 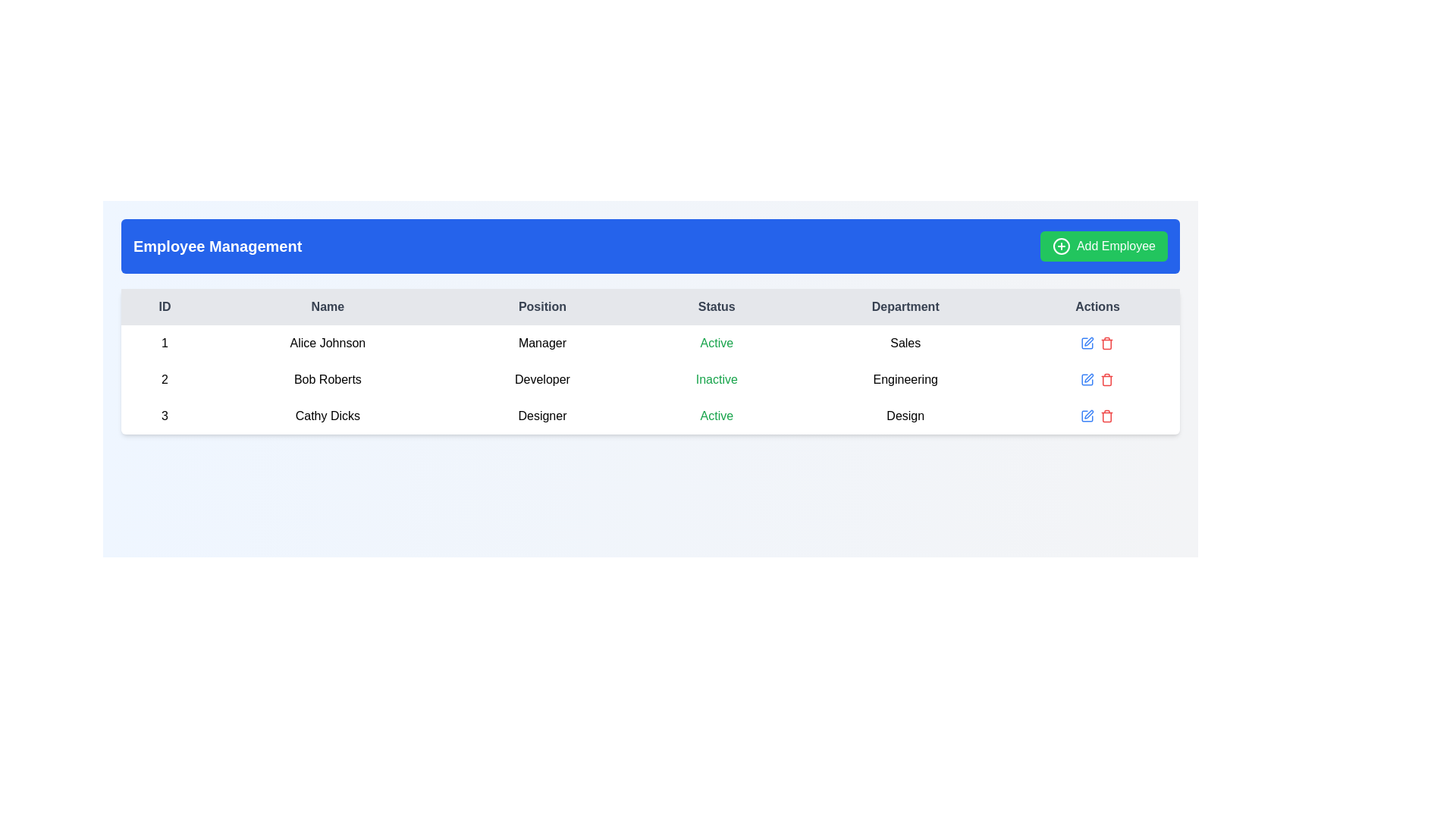 I want to click on the delete button in the 'Actions' column of the third row for the employee named Cathy Dicks, so click(x=1107, y=343).